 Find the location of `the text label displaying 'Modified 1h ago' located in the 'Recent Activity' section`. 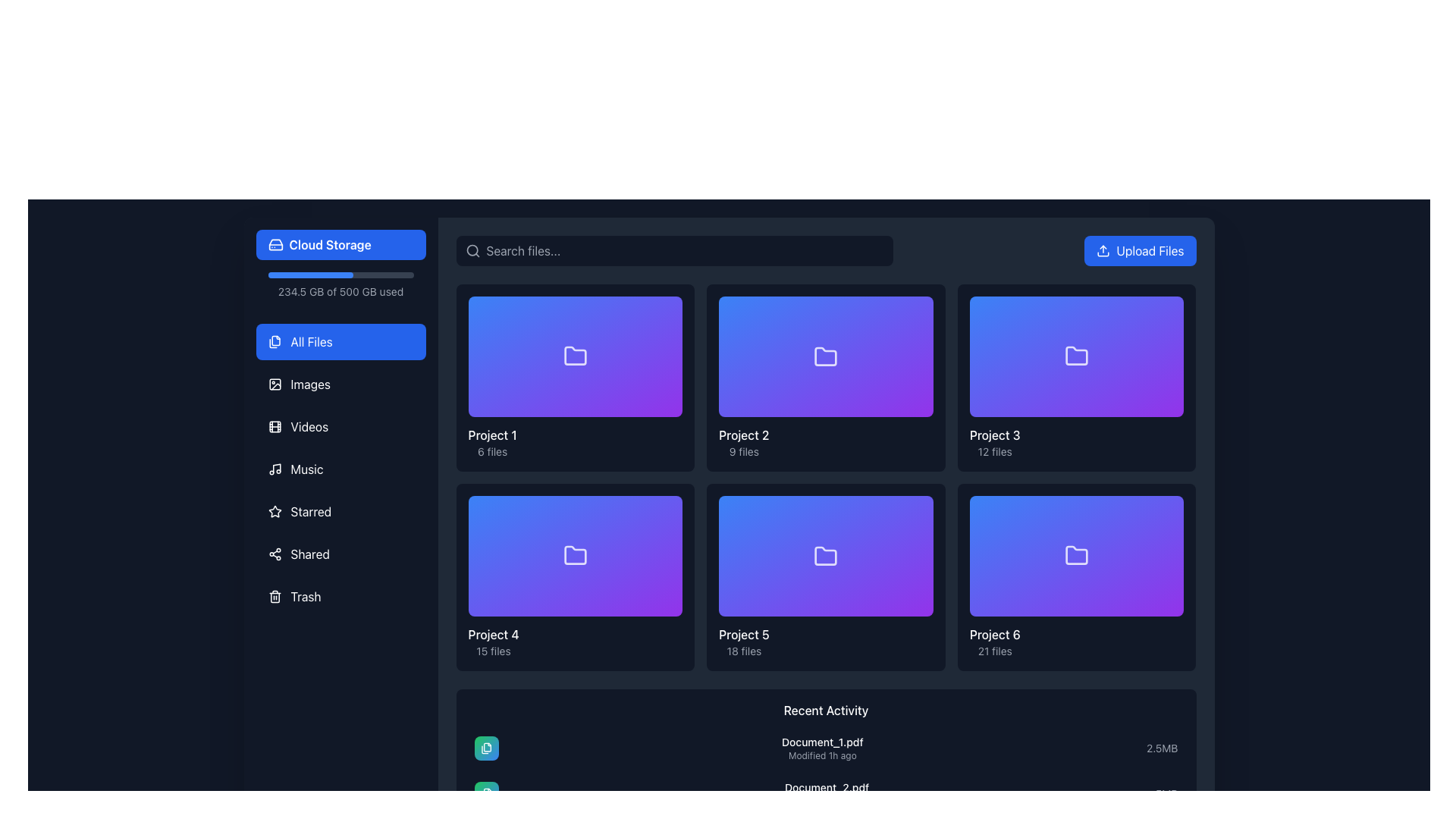

the text label displaying 'Modified 1h ago' located in the 'Recent Activity' section is located at coordinates (821, 755).